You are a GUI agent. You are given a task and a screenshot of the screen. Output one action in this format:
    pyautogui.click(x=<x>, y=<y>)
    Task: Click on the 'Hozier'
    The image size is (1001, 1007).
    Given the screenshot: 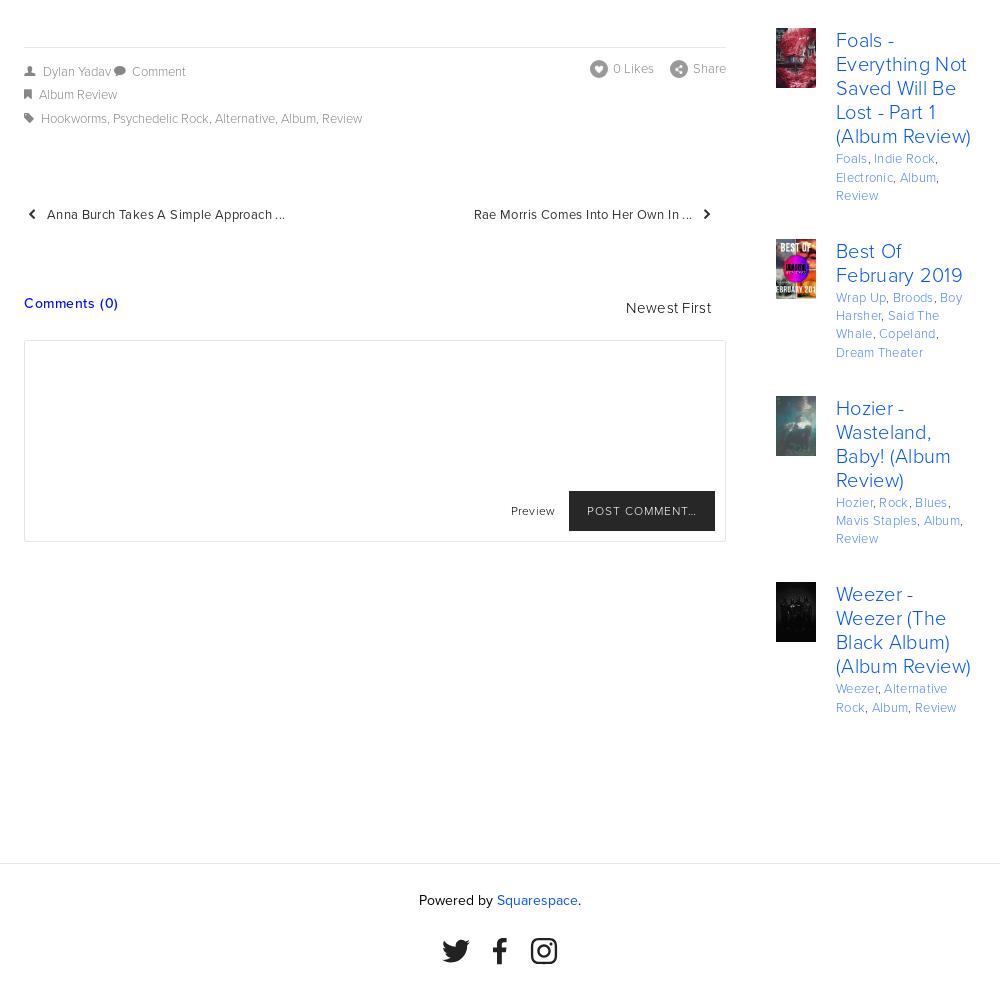 What is the action you would take?
    pyautogui.click(x=852, y=501)
    